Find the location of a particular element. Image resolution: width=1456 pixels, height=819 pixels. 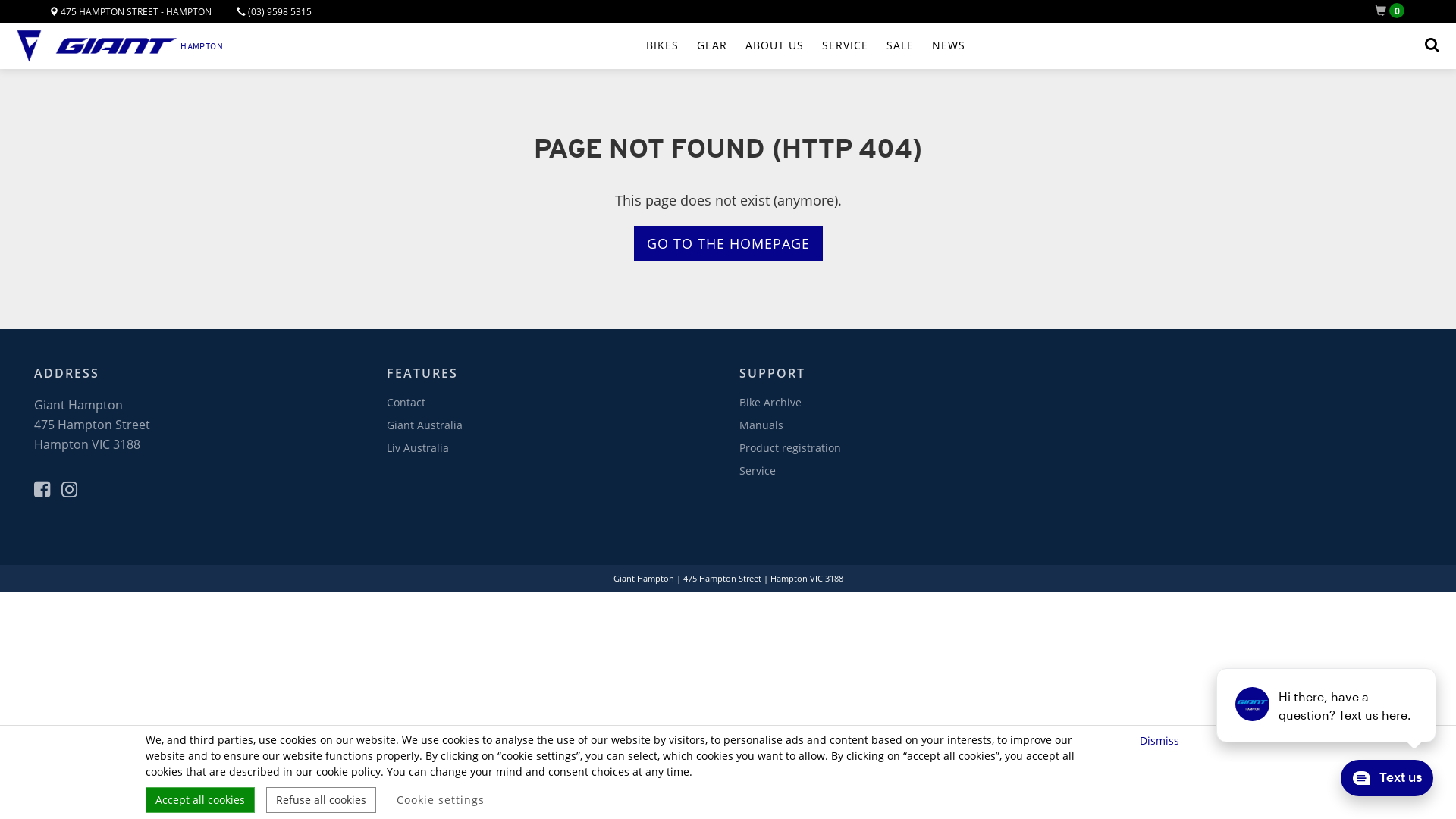

'Contact' is located at coordinates (406, 401).